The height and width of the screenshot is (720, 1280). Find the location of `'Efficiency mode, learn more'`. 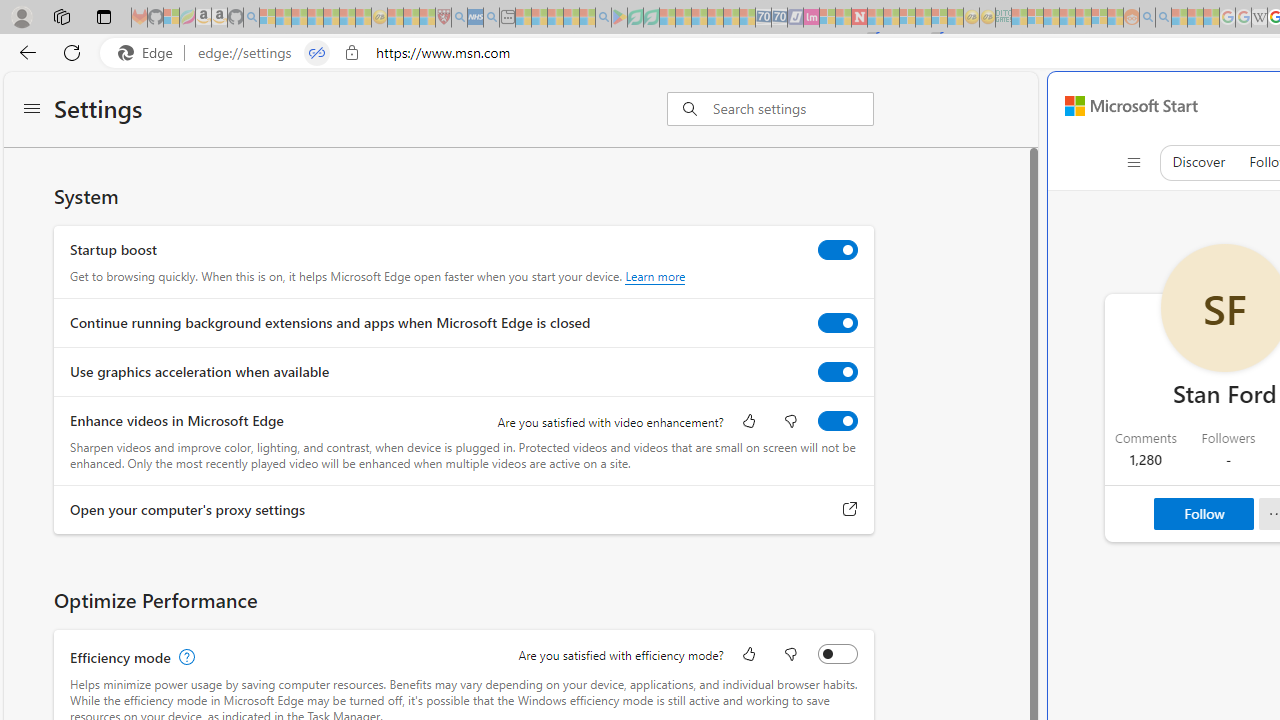

'Efficiency mode, learn more' is located at coordinates (184, 657).